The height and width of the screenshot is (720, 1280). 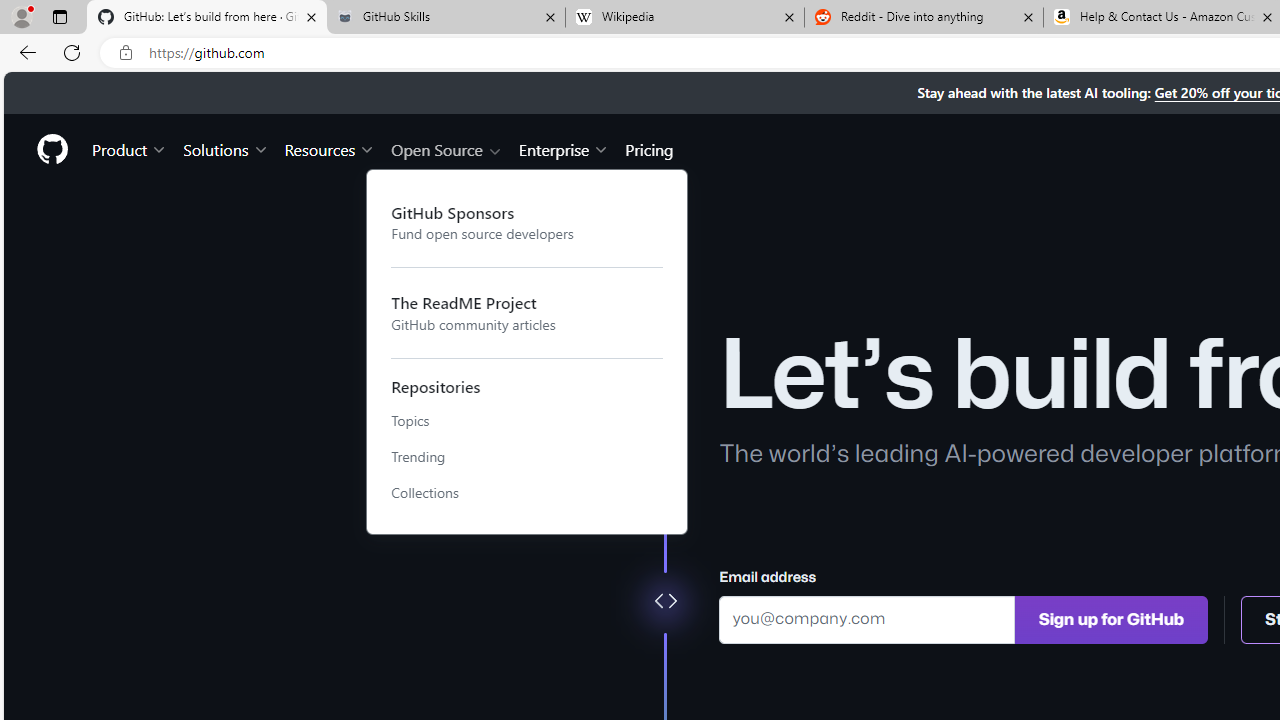 What do you see at coordinates (923, 17) in the screenshot?
I see `'Reddit - Dive into anything'` at bounding box center [923, 17].